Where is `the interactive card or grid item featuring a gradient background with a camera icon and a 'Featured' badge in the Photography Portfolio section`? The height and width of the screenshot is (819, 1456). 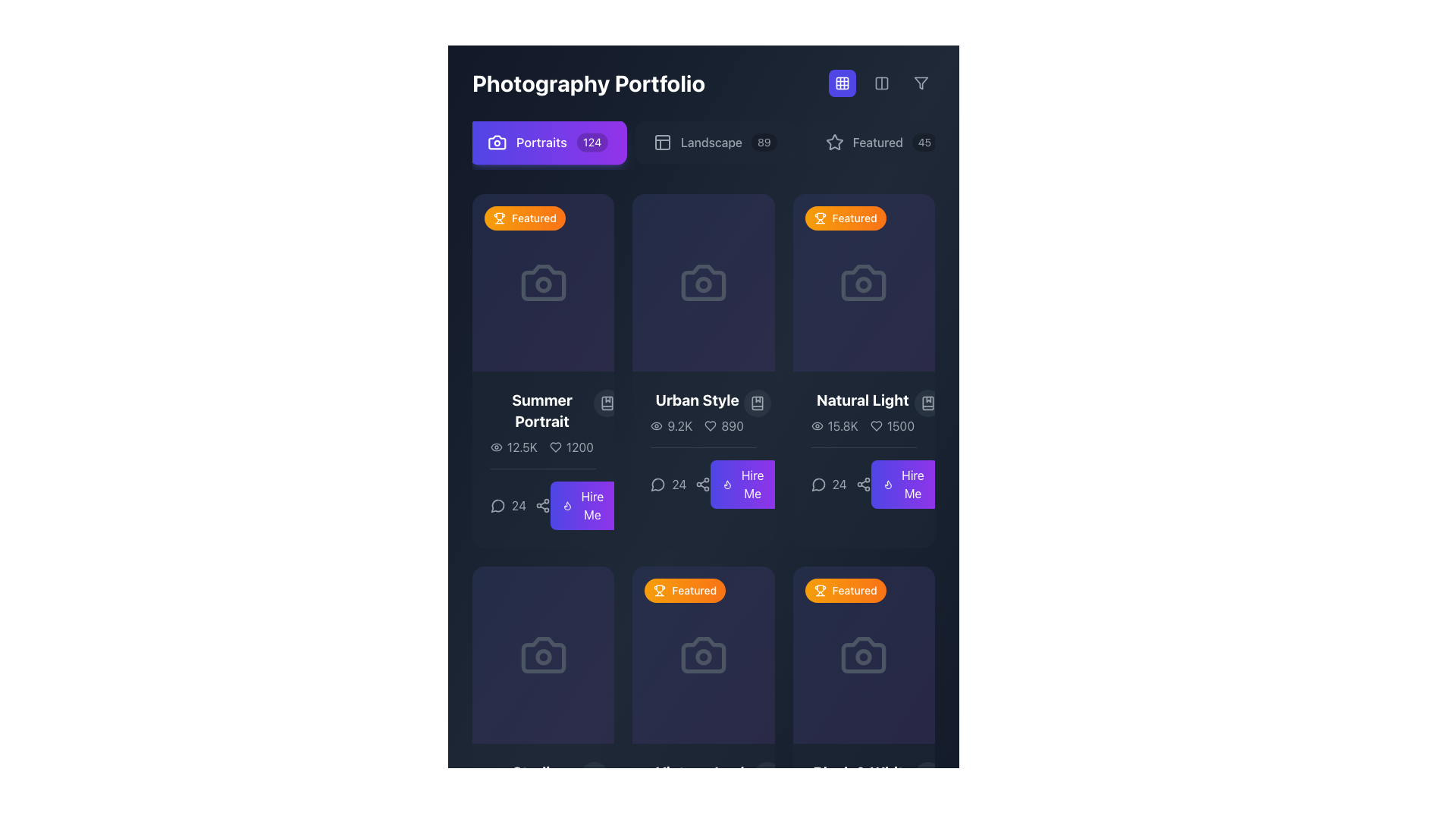 the interactive card or grid item featuring a gradient background with a camera icon and a 'Featured' badge in the Photography Portfolio section is located at coordinates (543, 283).